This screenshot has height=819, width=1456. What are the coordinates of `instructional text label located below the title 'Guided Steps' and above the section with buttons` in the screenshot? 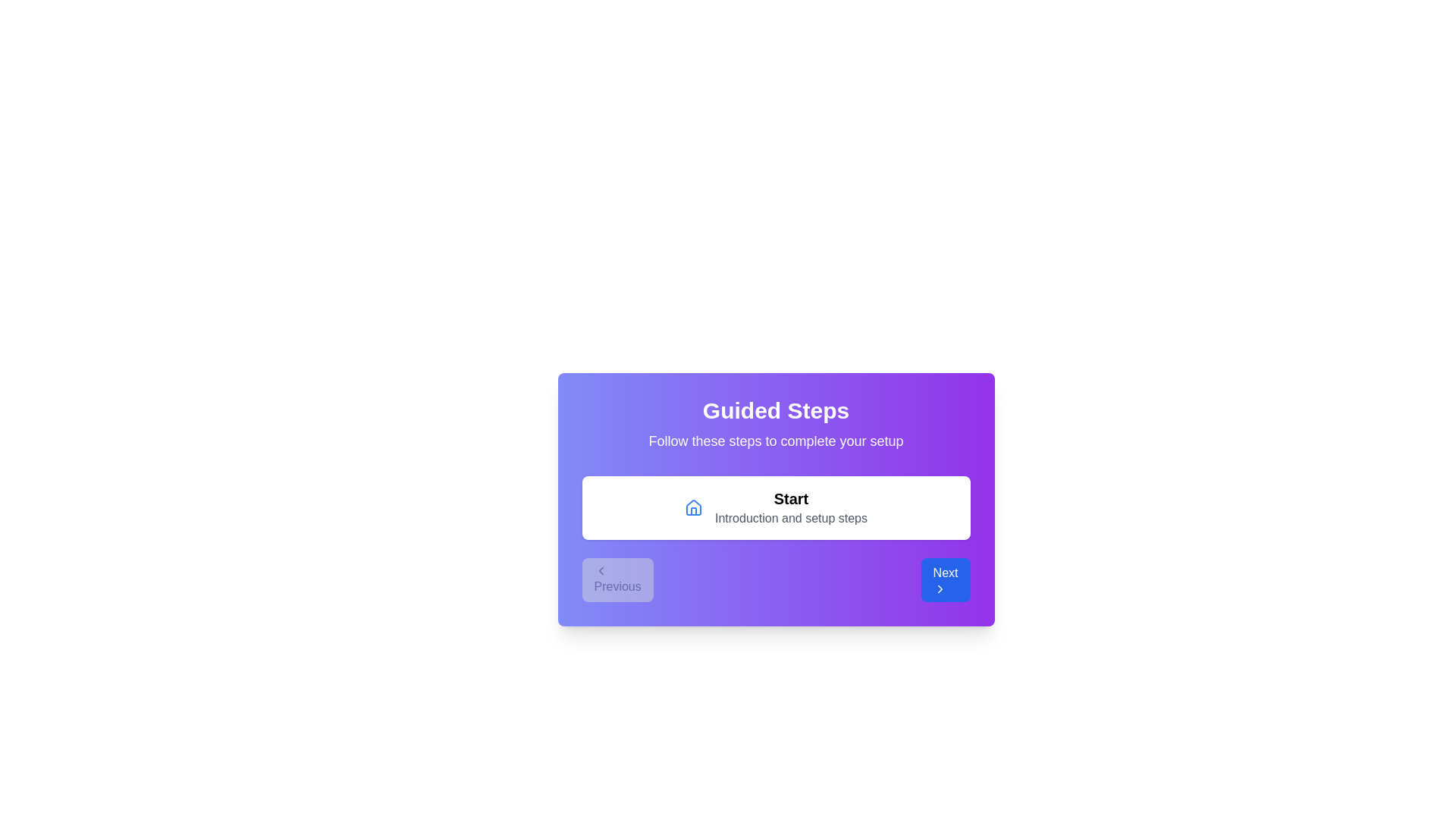 It's located at (776, 441).